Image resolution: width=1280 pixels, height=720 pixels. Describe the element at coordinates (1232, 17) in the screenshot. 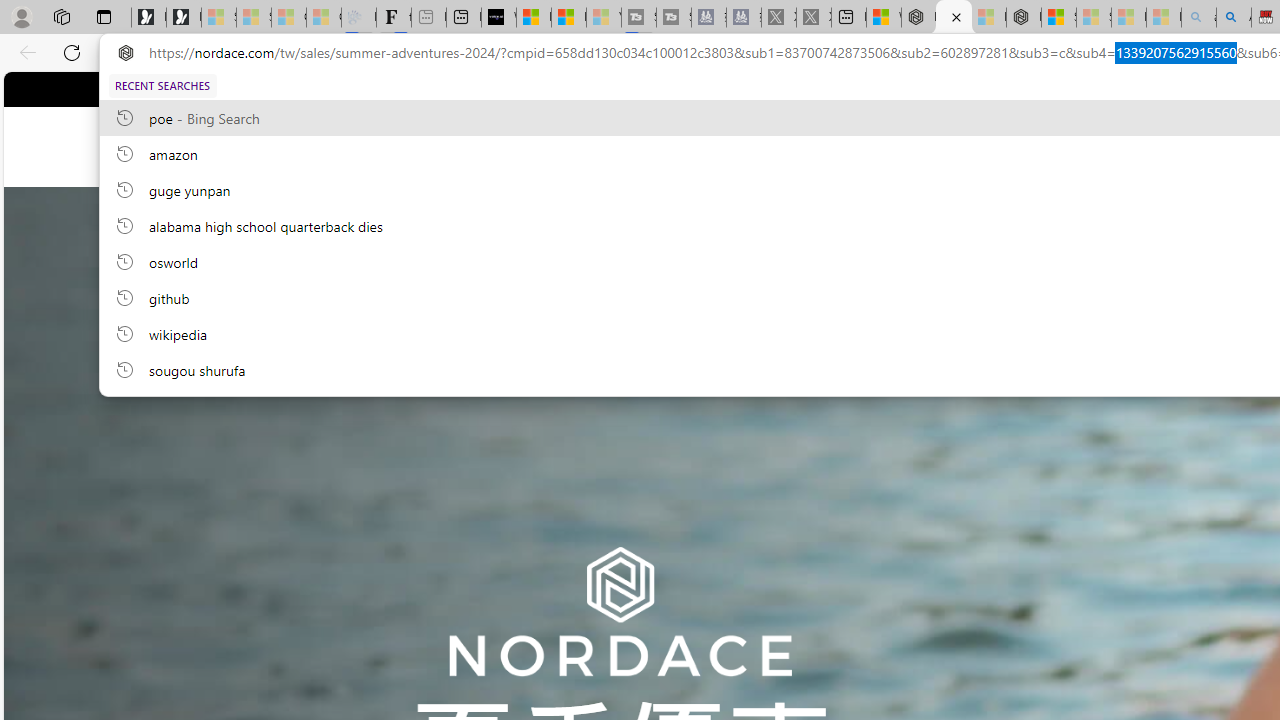

I see `'Amazon Echo Dot PNG - Search Images'` at that location.